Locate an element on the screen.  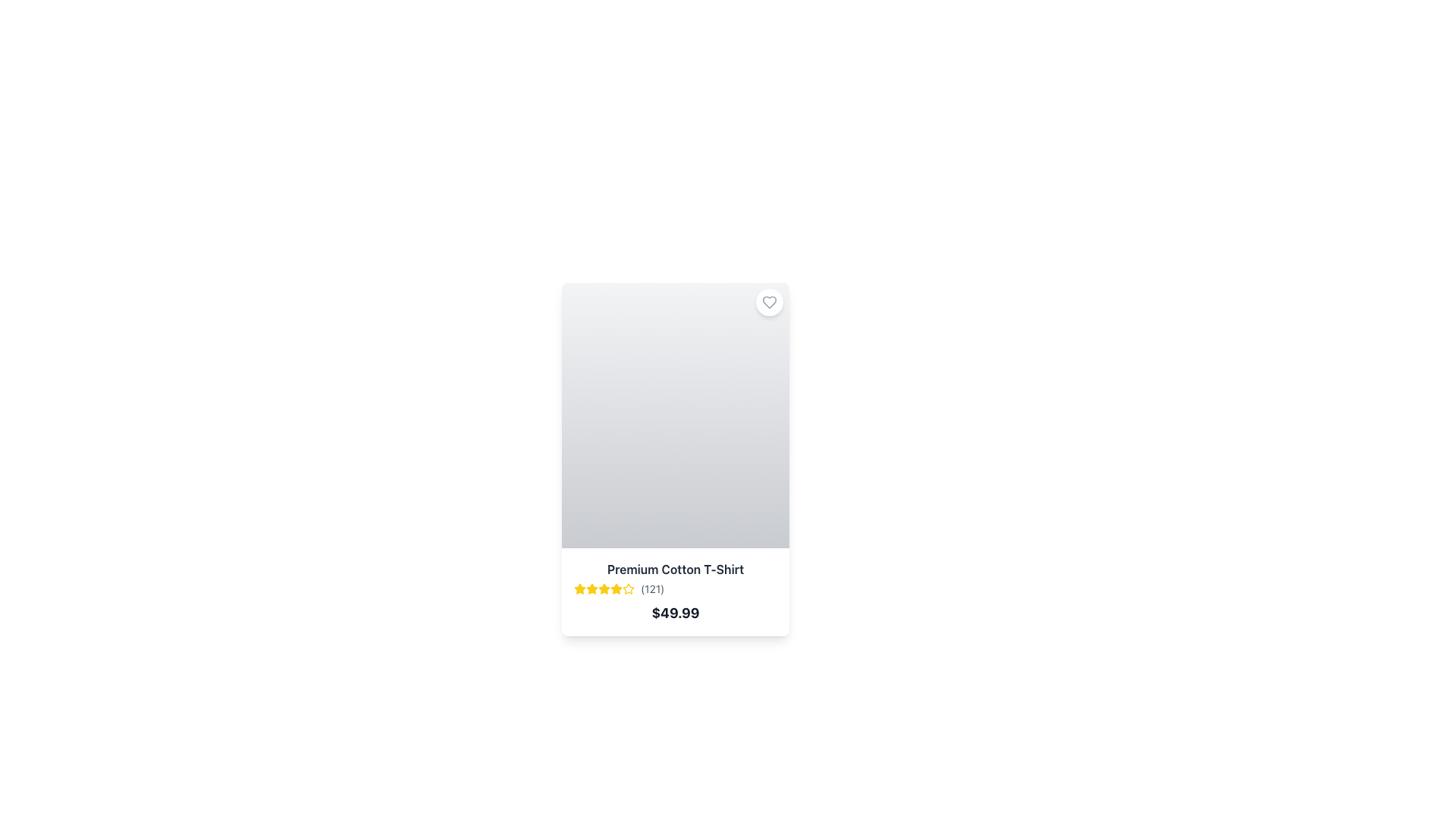
the star-based rating widget in the product summary element is located at coordinates (675, 591).